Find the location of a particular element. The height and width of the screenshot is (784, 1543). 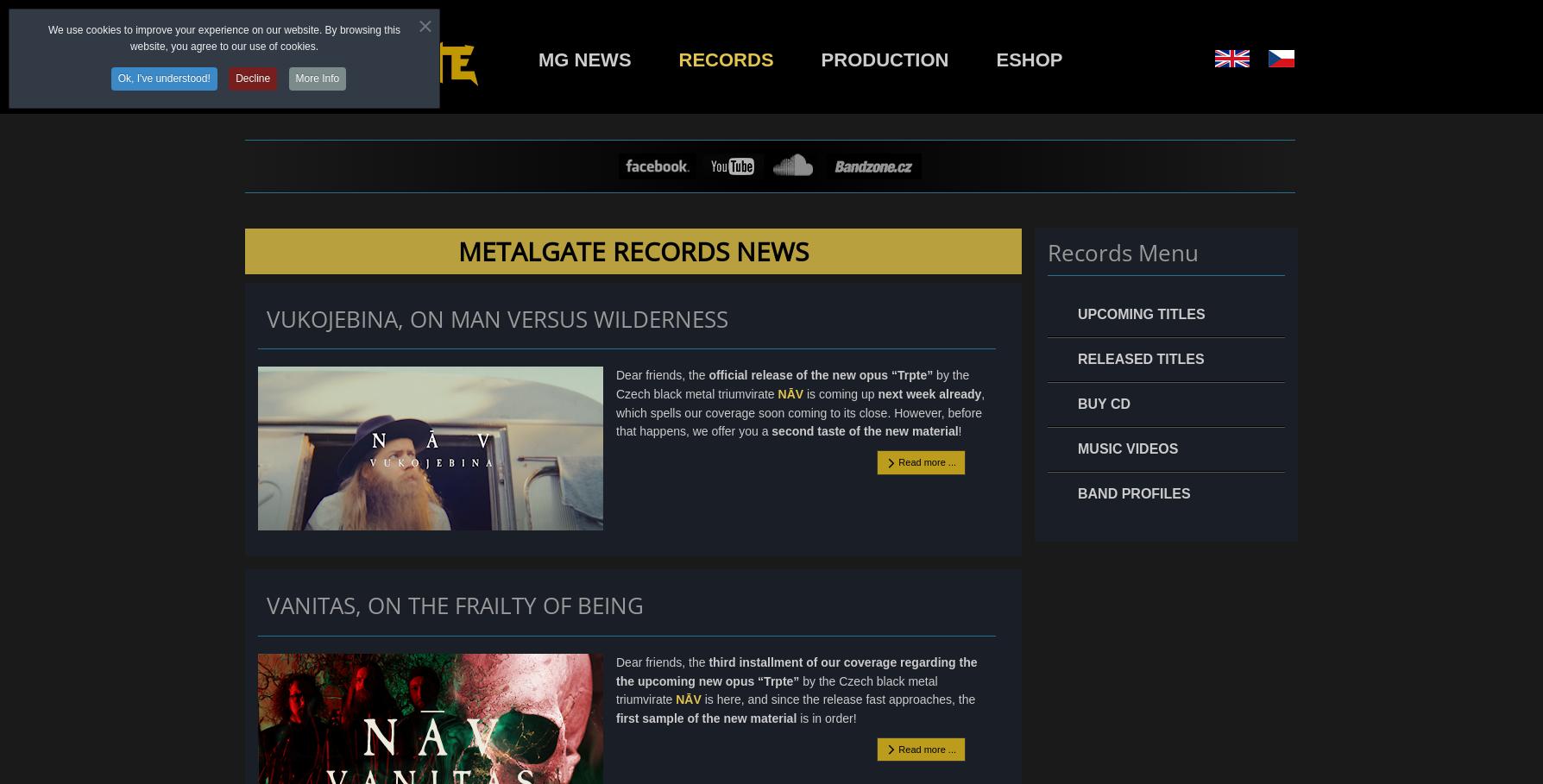

'Production' is located at coordinates (885, 60).